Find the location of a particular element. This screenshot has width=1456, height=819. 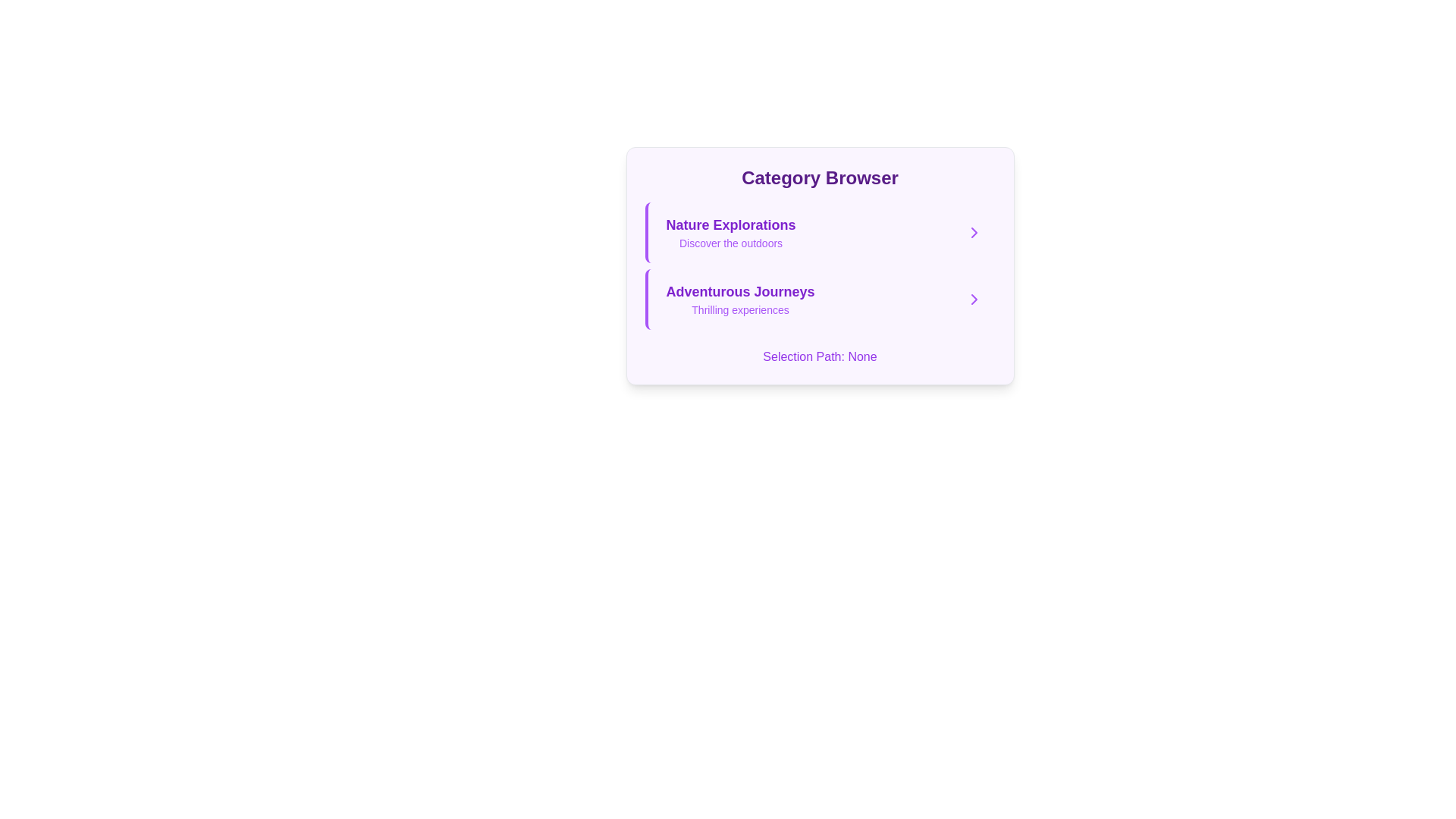

the text label that serves as a title for the 'Discover the outdoors' description in the 'Category Browser' section is located at coordinates (731, 225).